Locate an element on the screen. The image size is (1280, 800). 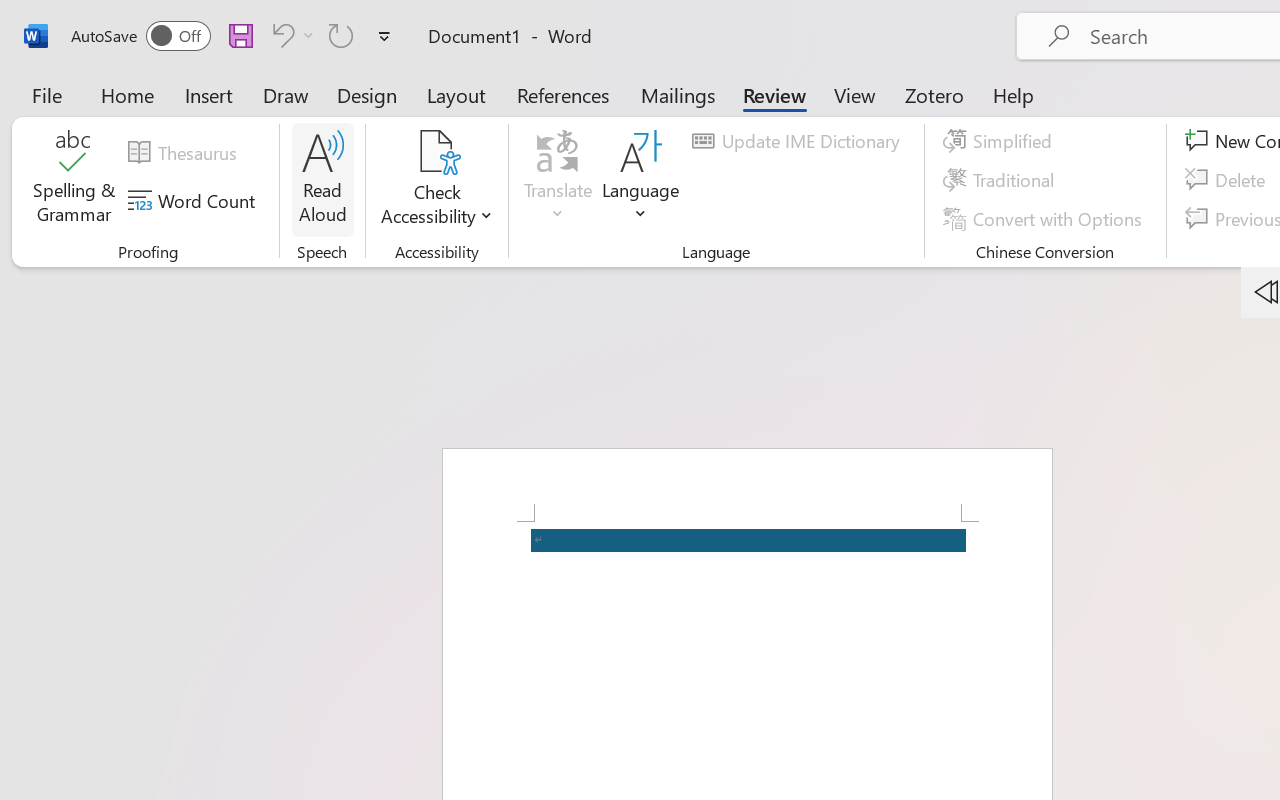
'Thesaurus...' is located at coordinates (185, 153).